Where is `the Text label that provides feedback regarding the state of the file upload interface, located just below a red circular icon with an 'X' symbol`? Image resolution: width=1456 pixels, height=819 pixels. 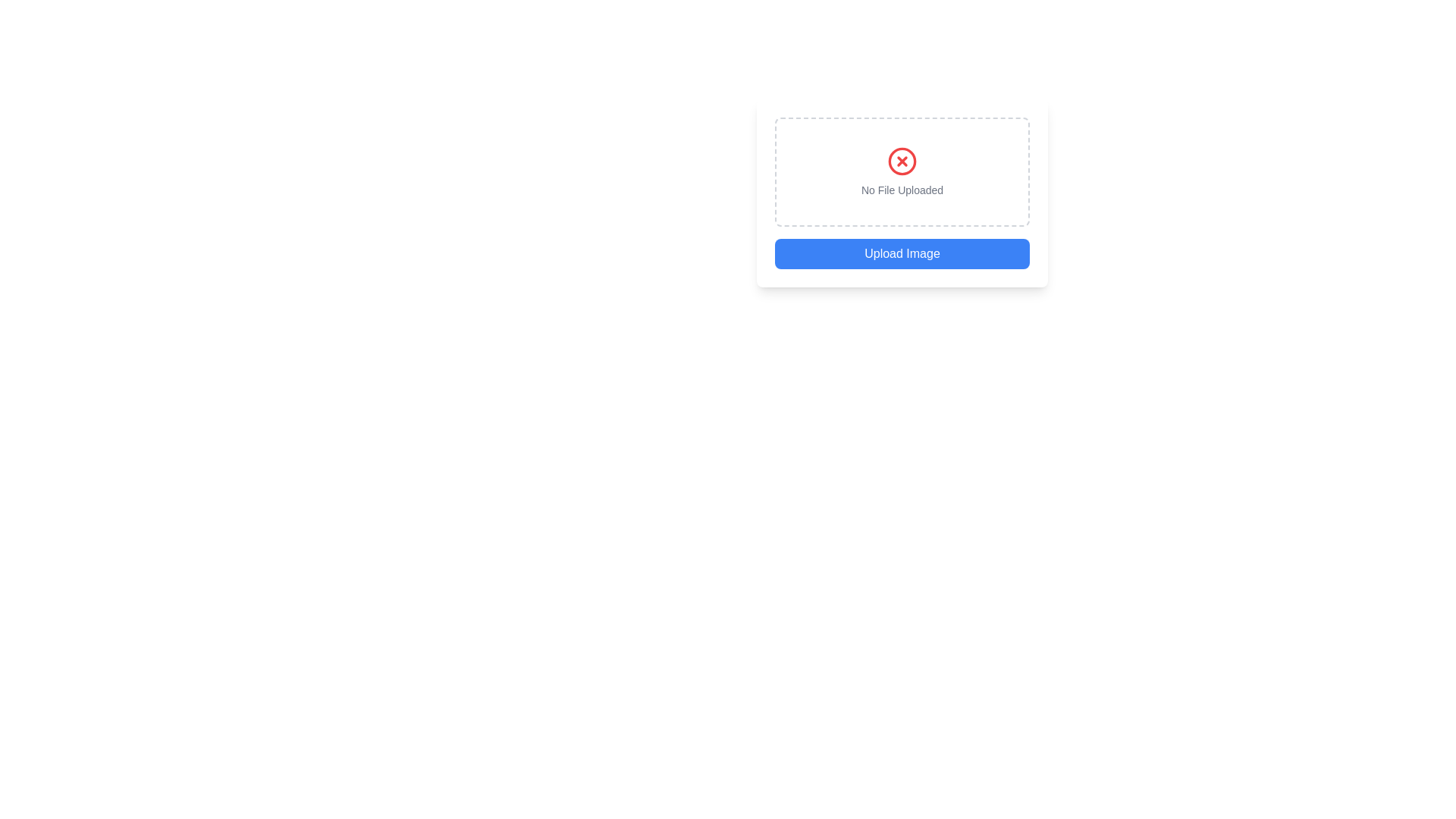 the Text label that provides feedback regarding the state of the file upload interface, located just below a red circular icon with an 'X' symbol is located at coordinates (902, 189).